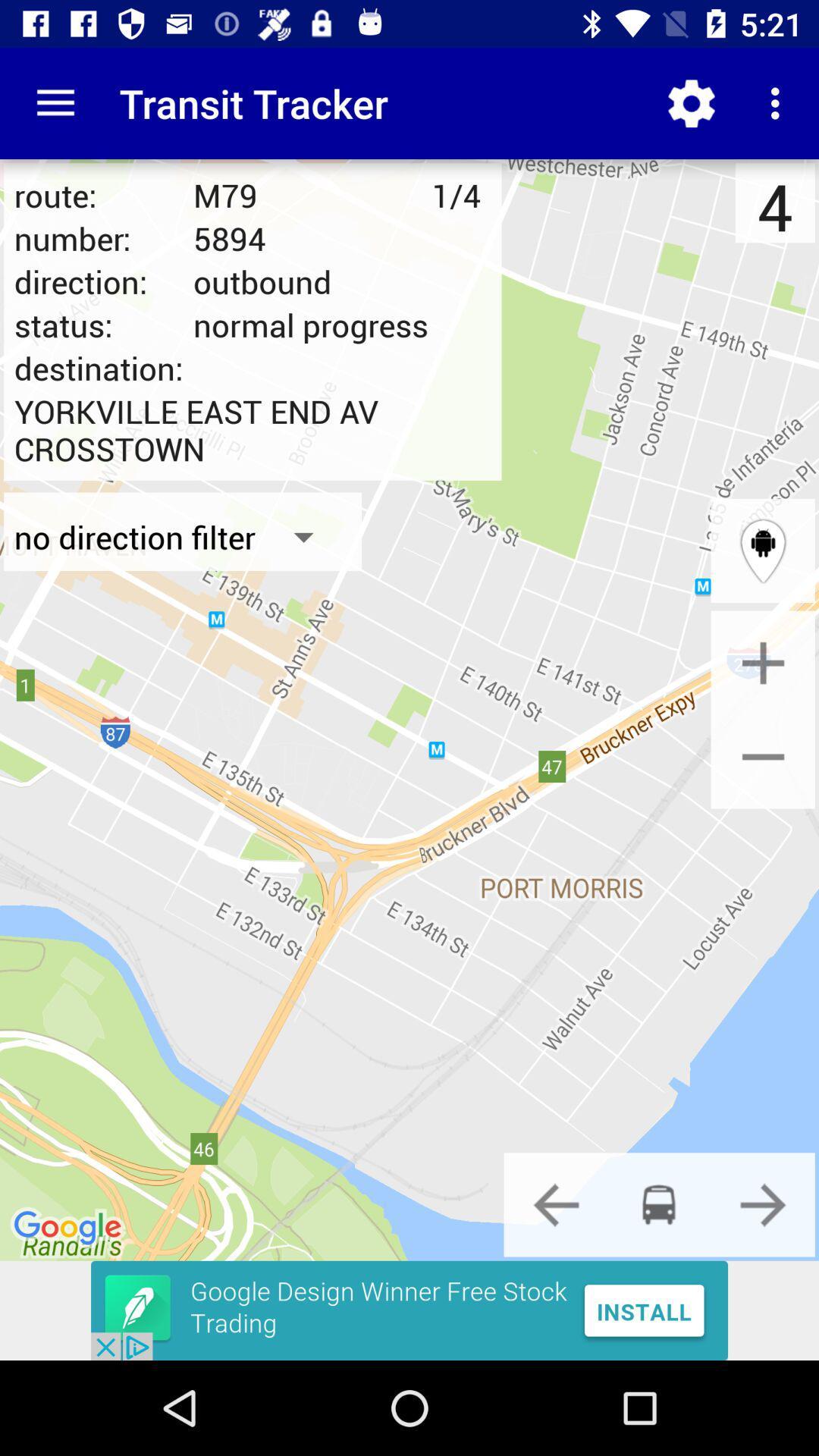  I want to click on zoom out option, so click(763, 756).